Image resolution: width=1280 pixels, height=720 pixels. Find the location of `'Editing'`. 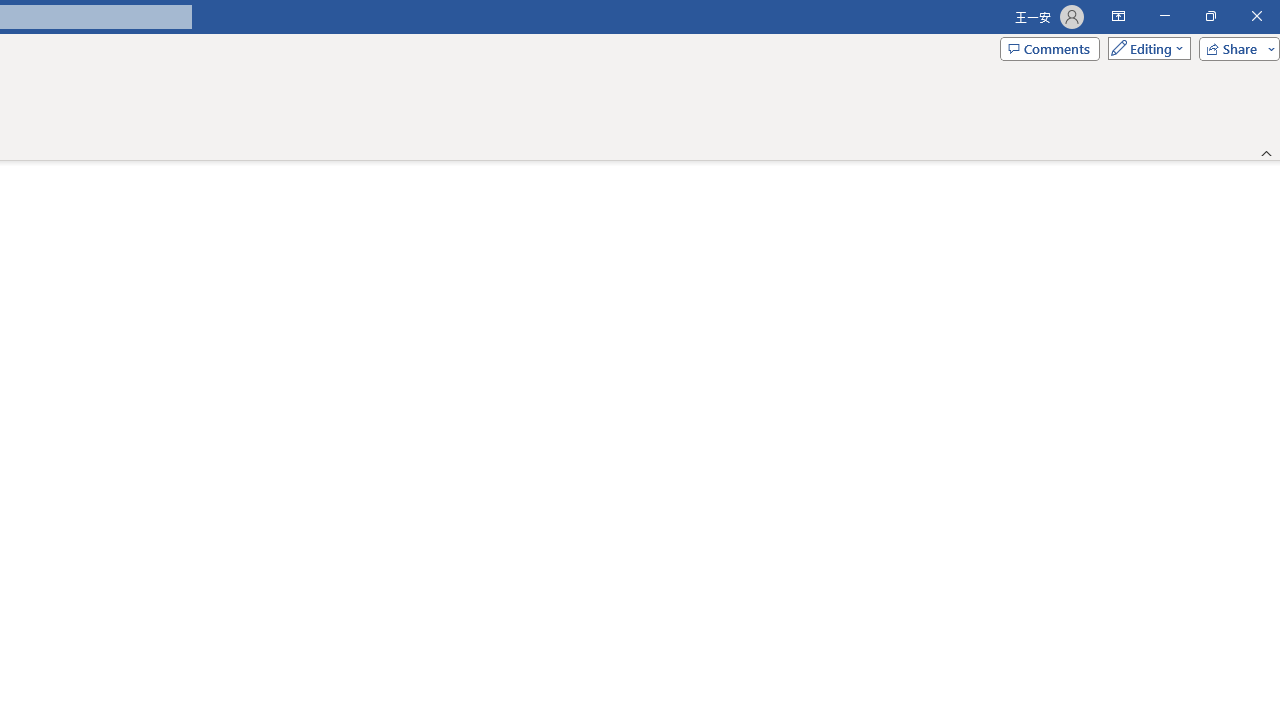

'Editing' is located at coordinates (1144, 47).